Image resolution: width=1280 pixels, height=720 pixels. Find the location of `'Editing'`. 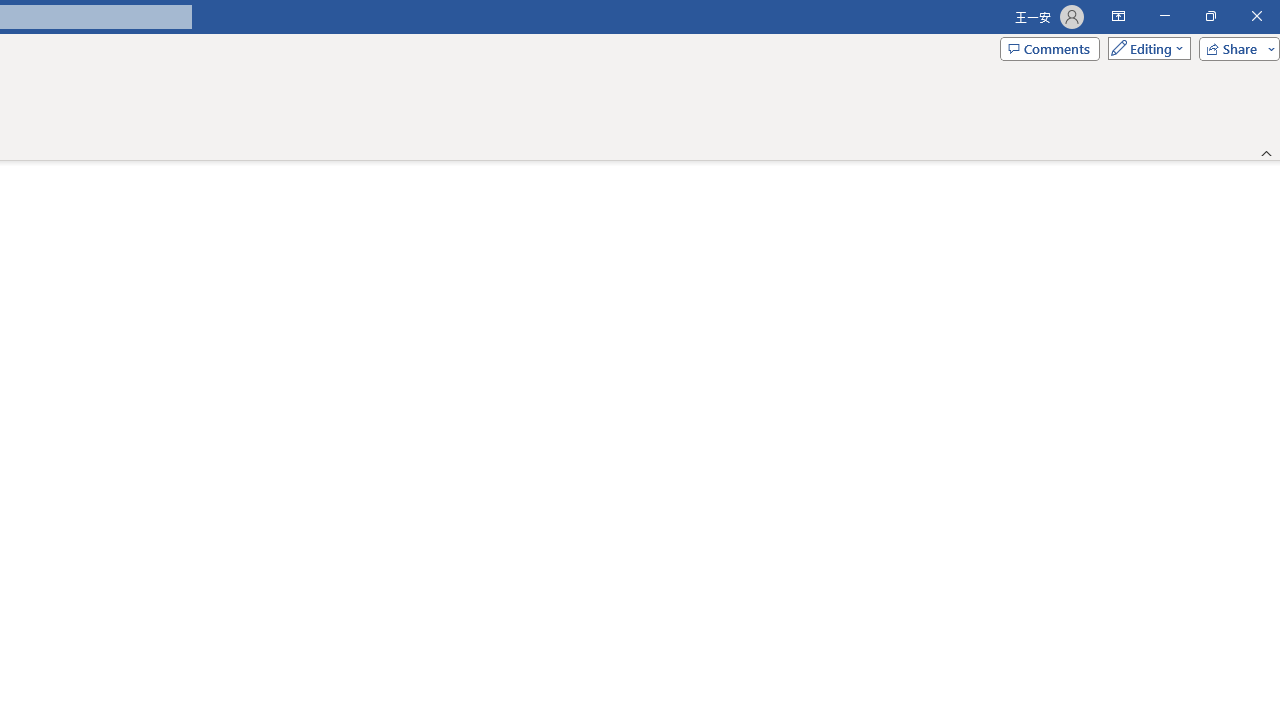

'Editing' is located at coordinates (1144, 47).